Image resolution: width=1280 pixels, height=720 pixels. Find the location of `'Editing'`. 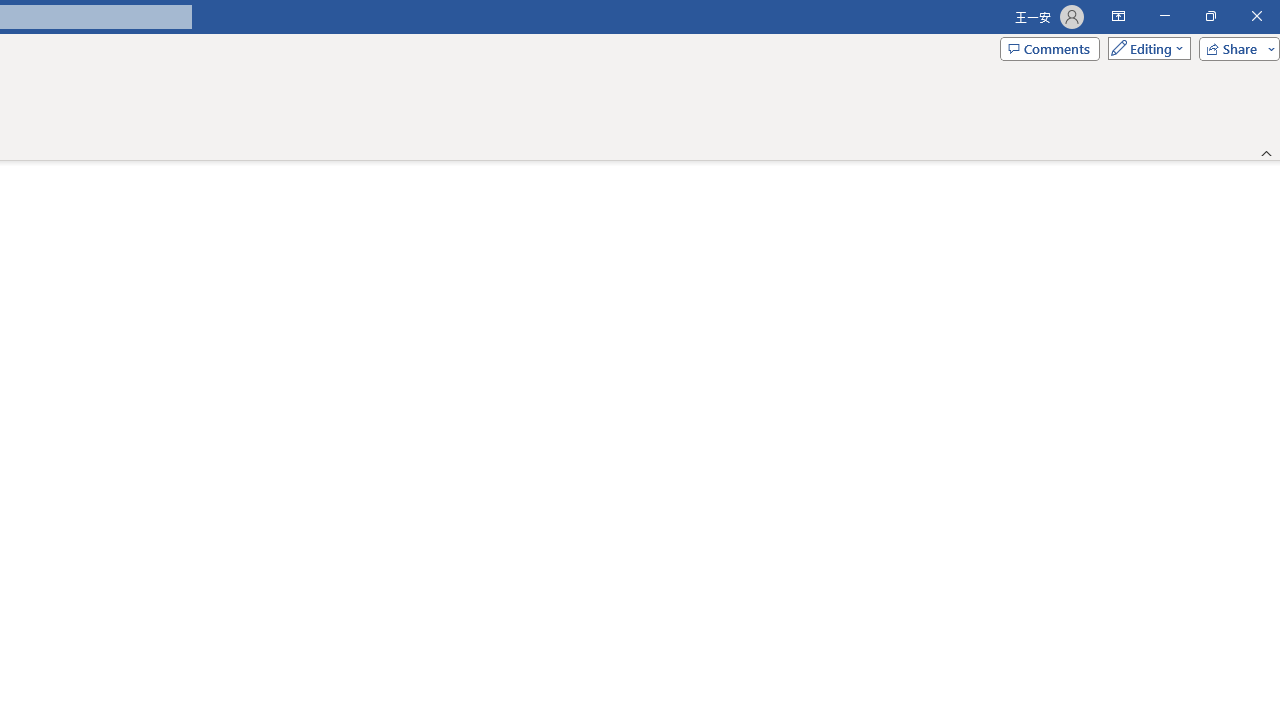

'Editing' is located at coordinates (1144, 47).